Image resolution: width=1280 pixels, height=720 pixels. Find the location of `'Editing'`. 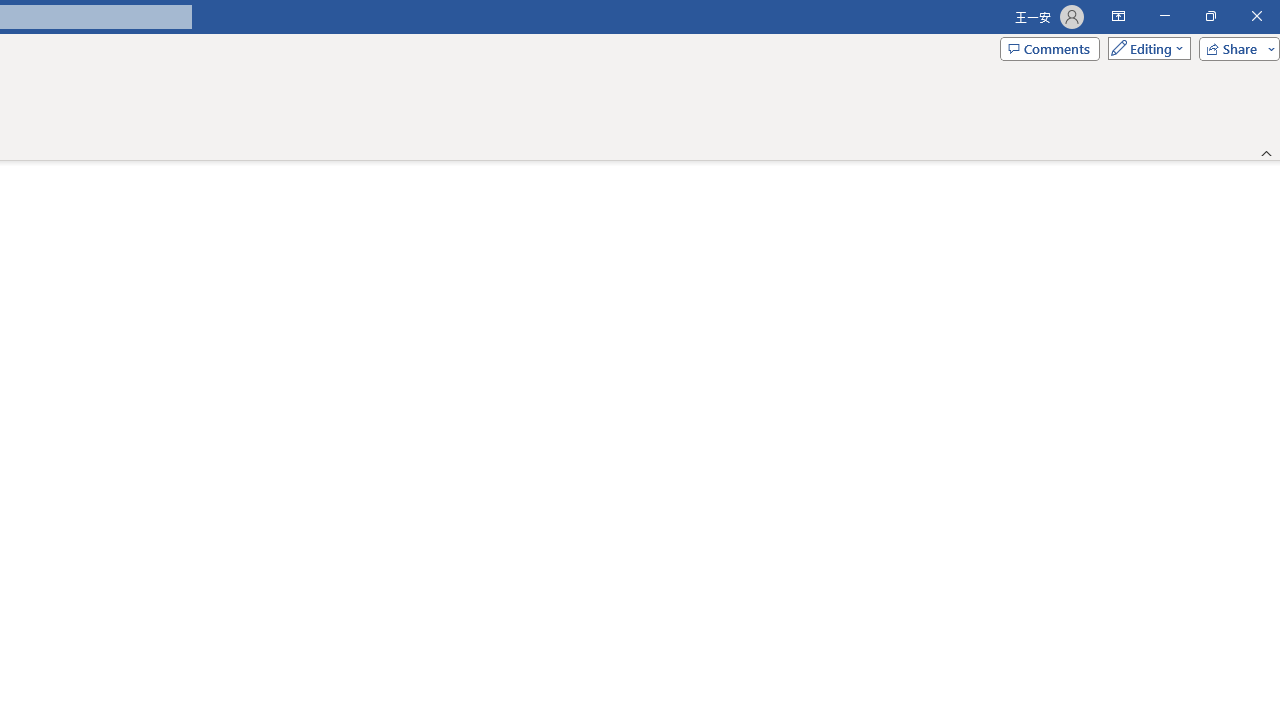

'Editing' is located at coordinates (1144, 47).